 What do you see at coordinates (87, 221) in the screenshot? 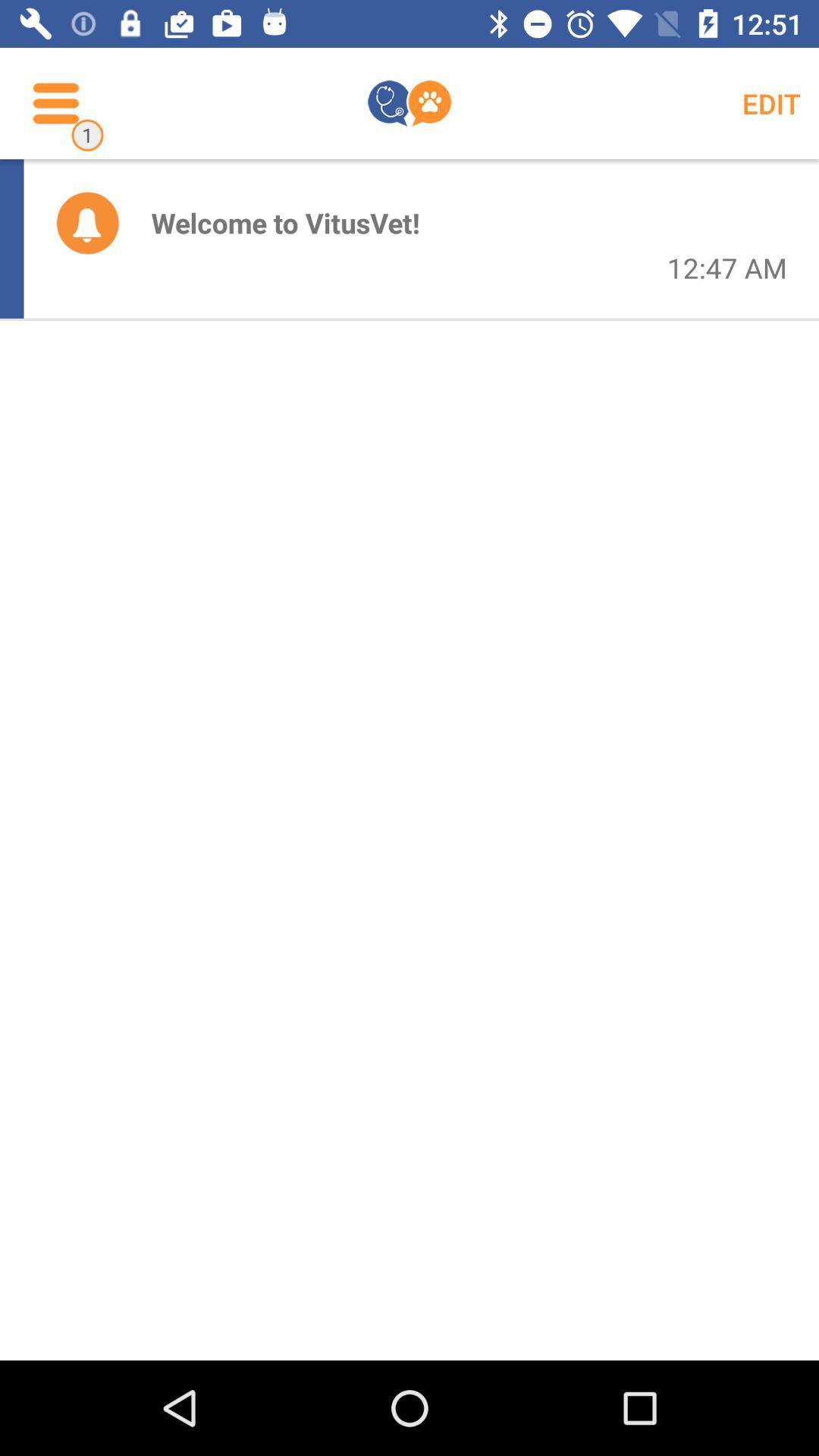
I see `the icon next to welcome to vitusvet!` at bounding box center [87, 221].